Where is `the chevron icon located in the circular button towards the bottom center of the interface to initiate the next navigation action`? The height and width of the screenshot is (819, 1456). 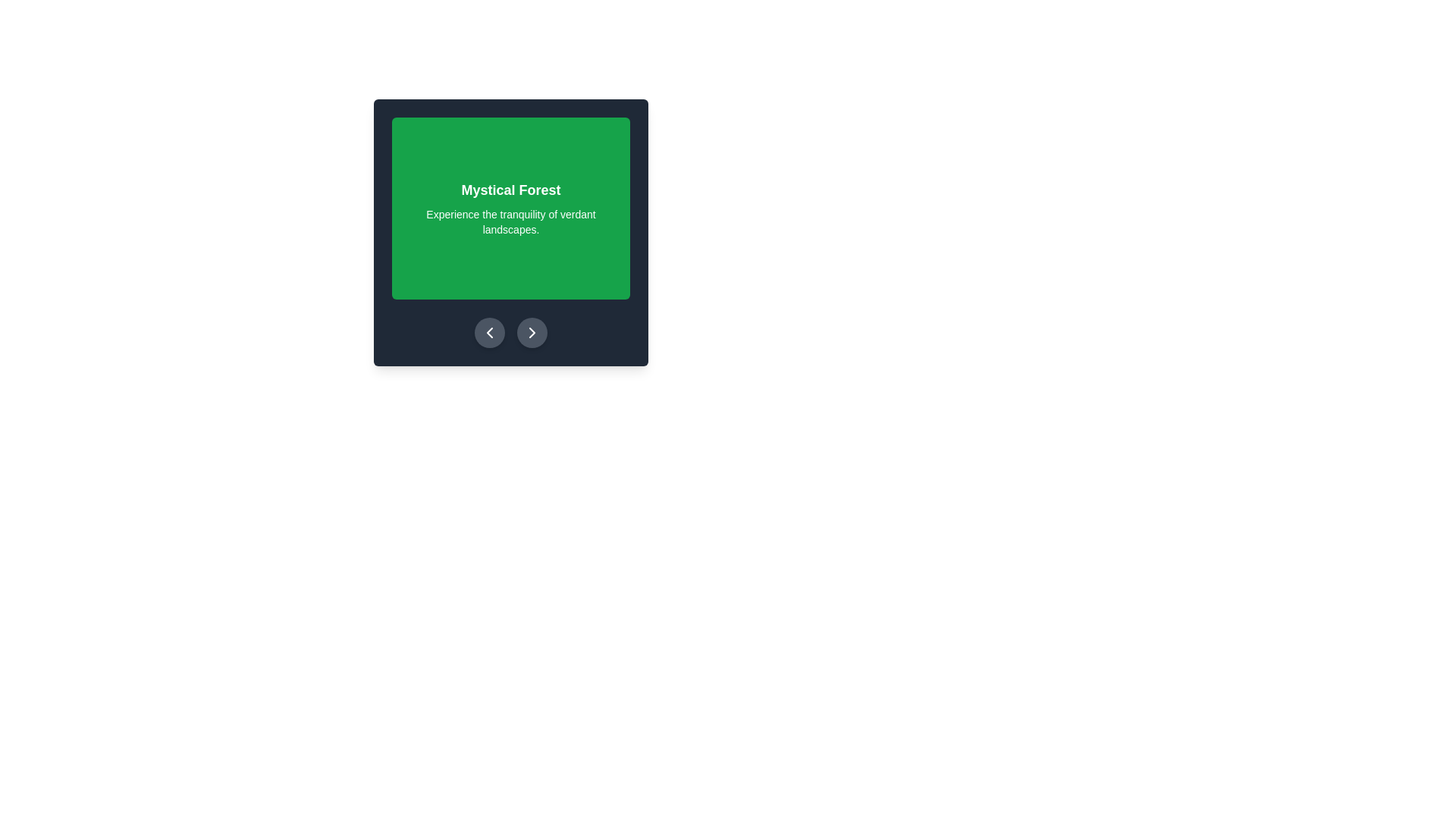
the chevron icon located in the circular button towards the bottom center of the interface to initiate the next navigation action is located at coordinates (532, 332).